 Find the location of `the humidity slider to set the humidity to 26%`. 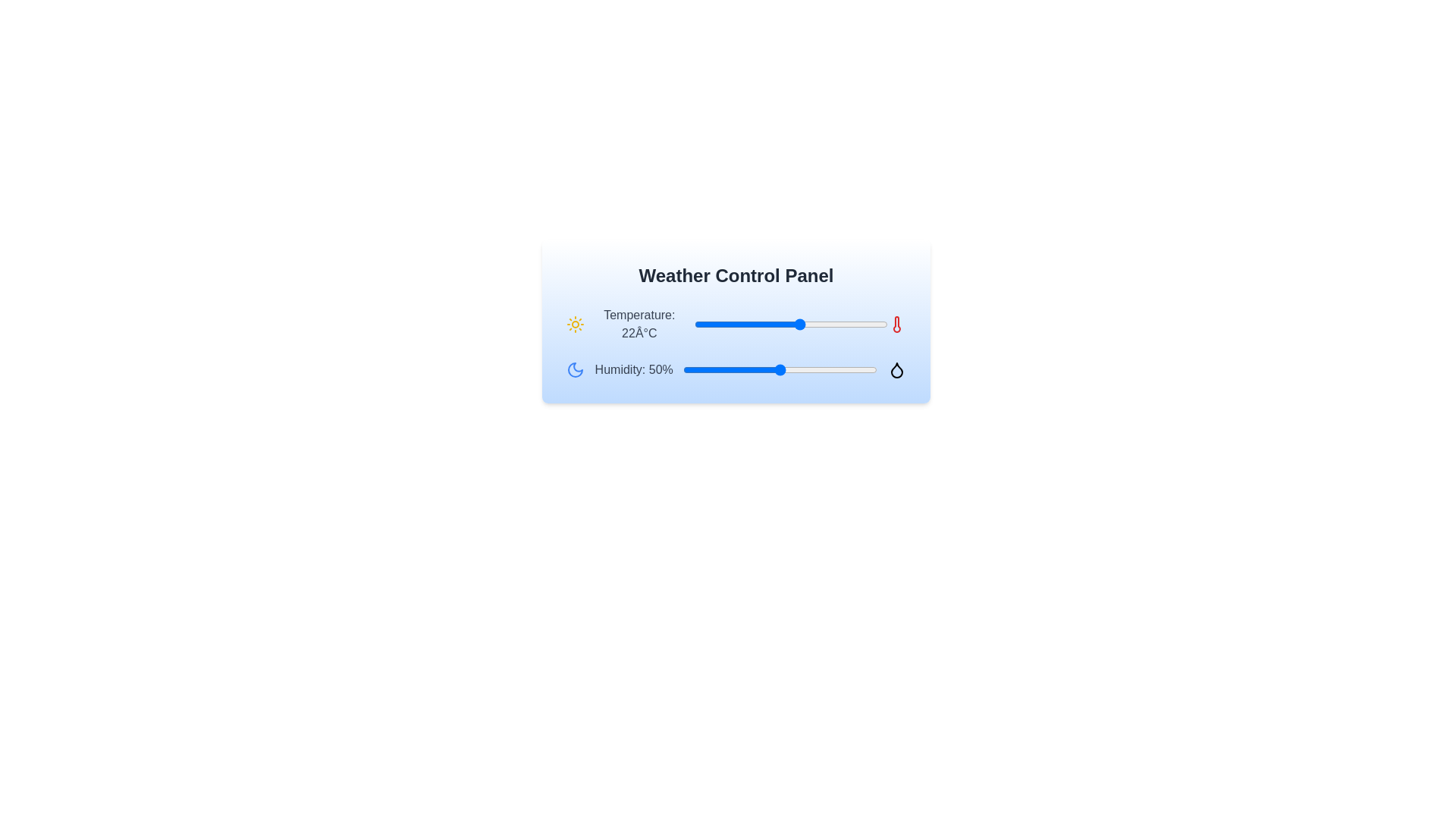

the humidity slider to set the humidity to 26% is located at coordinates (733, 370).